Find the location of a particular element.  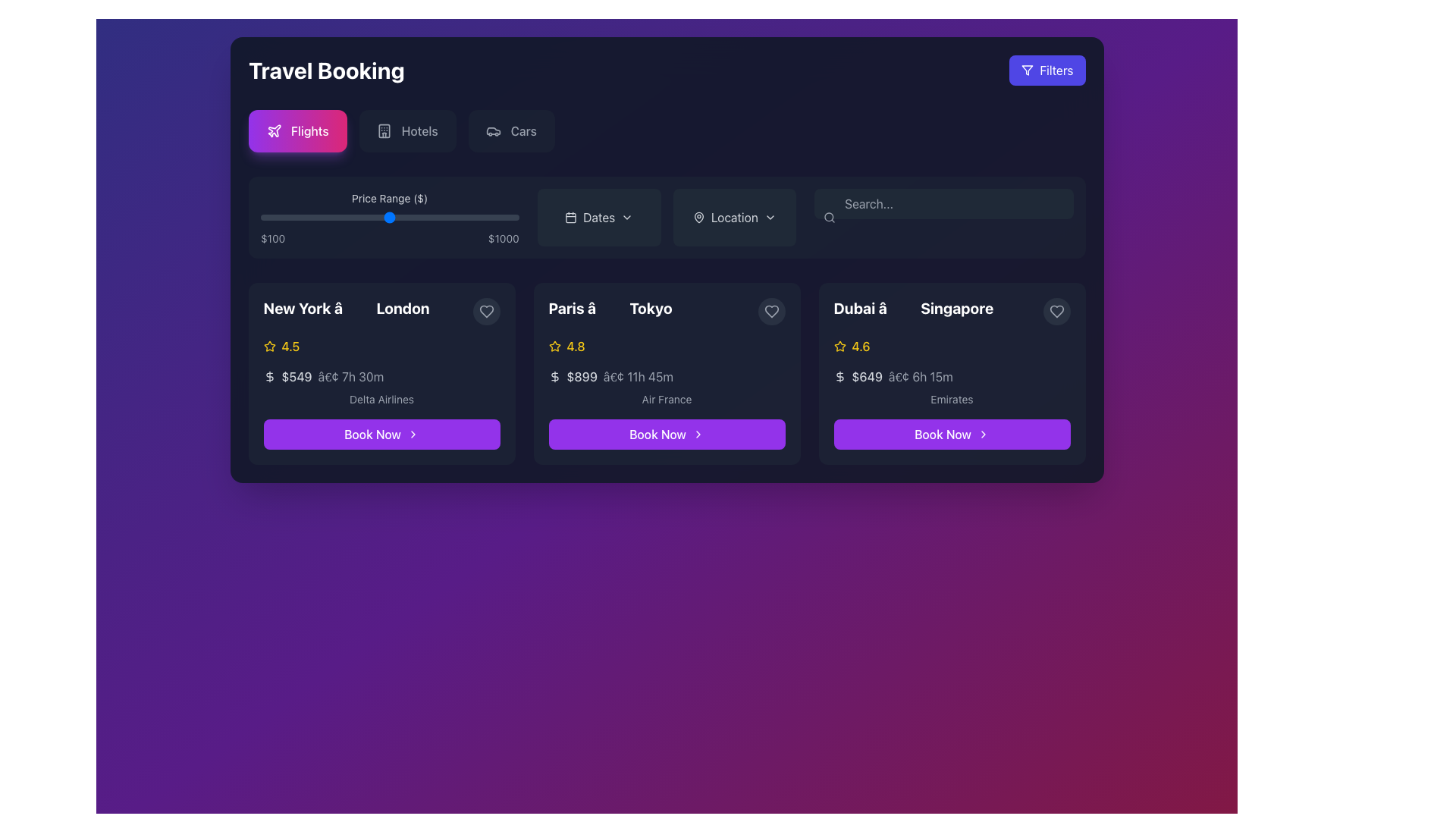

the rectangular button with rounded corners, purple background, and white 'Book Now' text is located at coordinates (381, 435).